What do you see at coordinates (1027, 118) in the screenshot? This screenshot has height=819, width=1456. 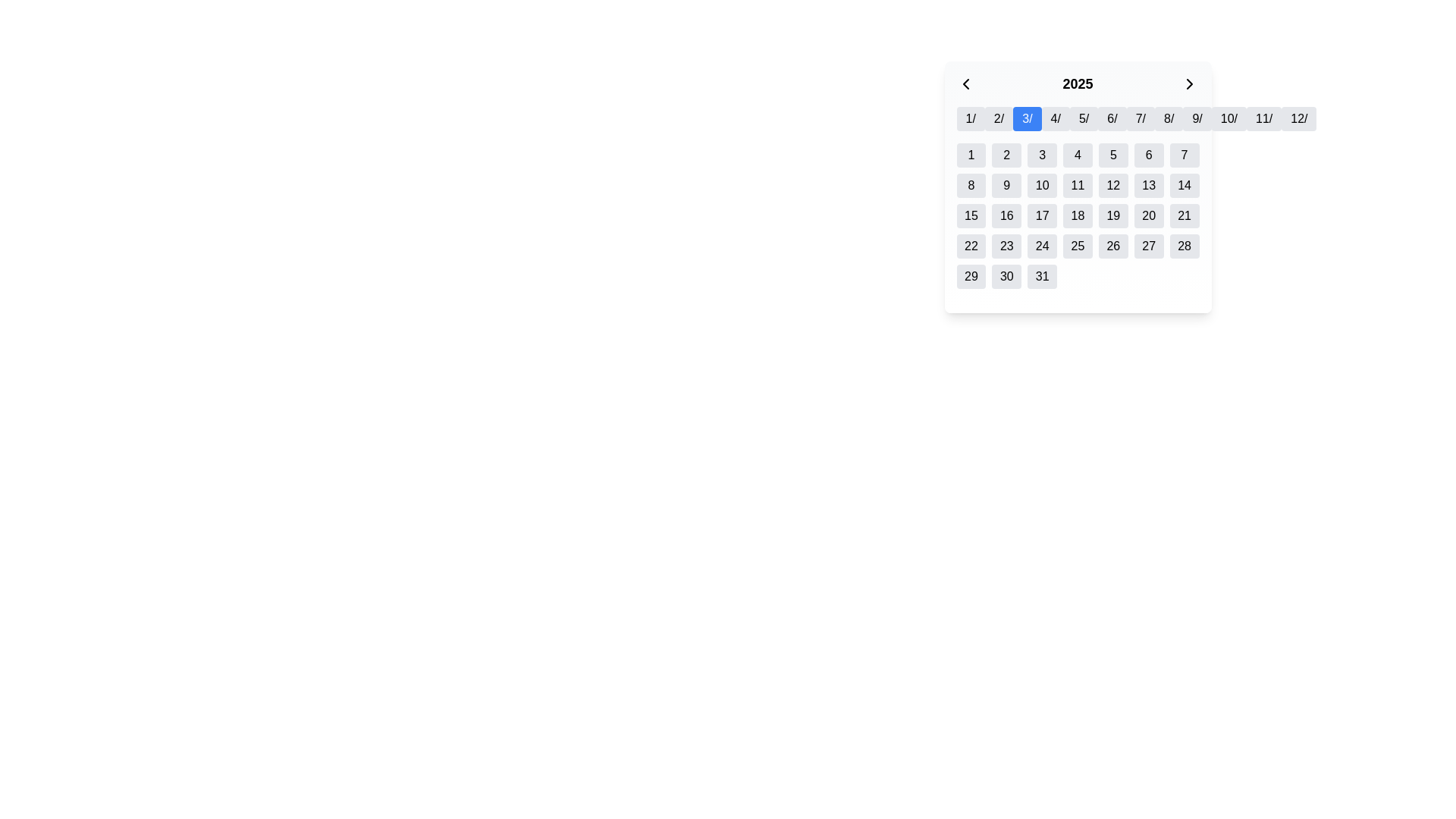 I see `the blue button with white text '3/'` at bounding box center [1027, 118].